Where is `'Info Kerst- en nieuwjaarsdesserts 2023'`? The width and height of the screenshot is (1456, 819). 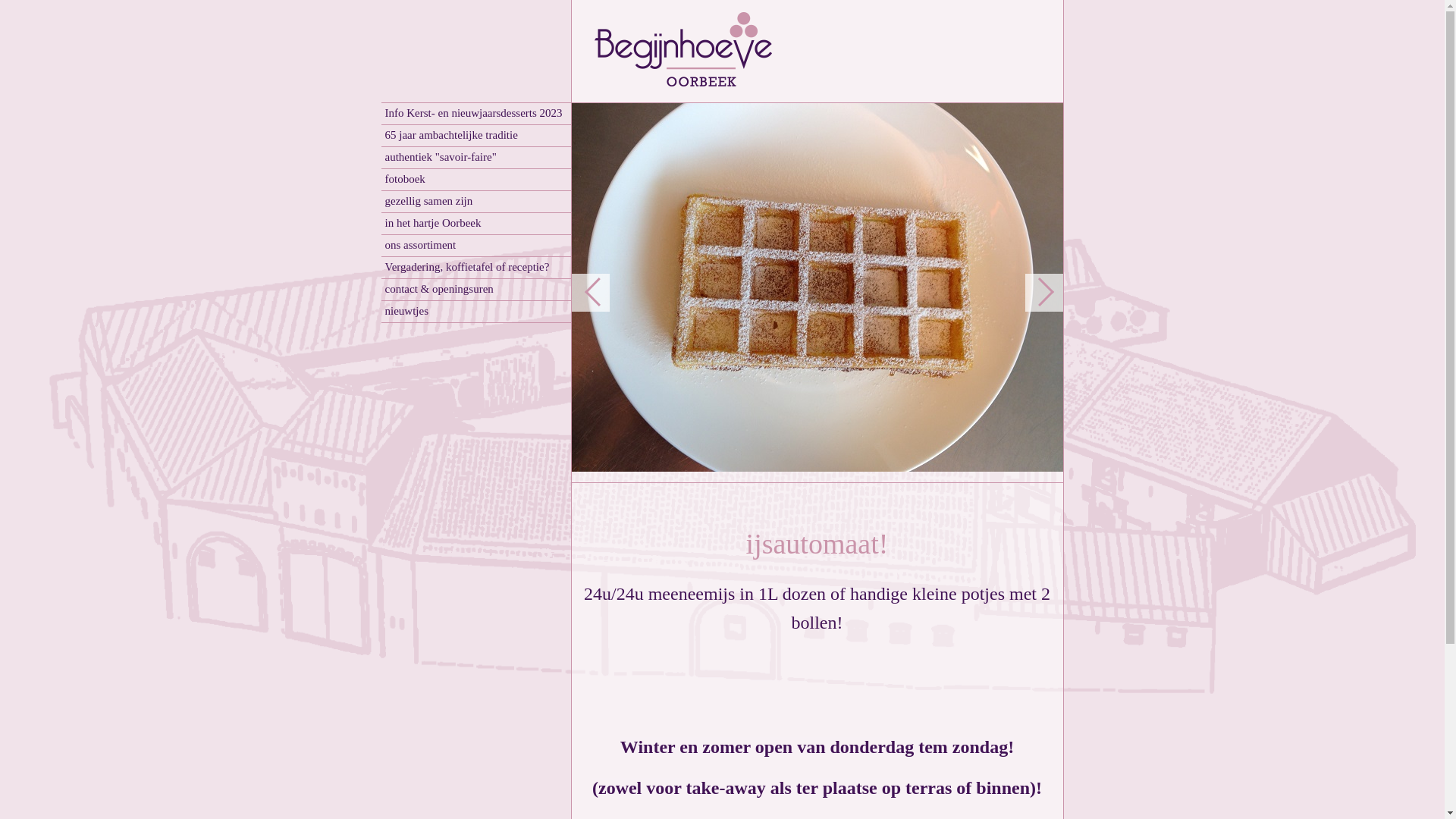 'Info Kerst- en nieuwjaarsdesserts 2023' is located at coordinates (475, 113).